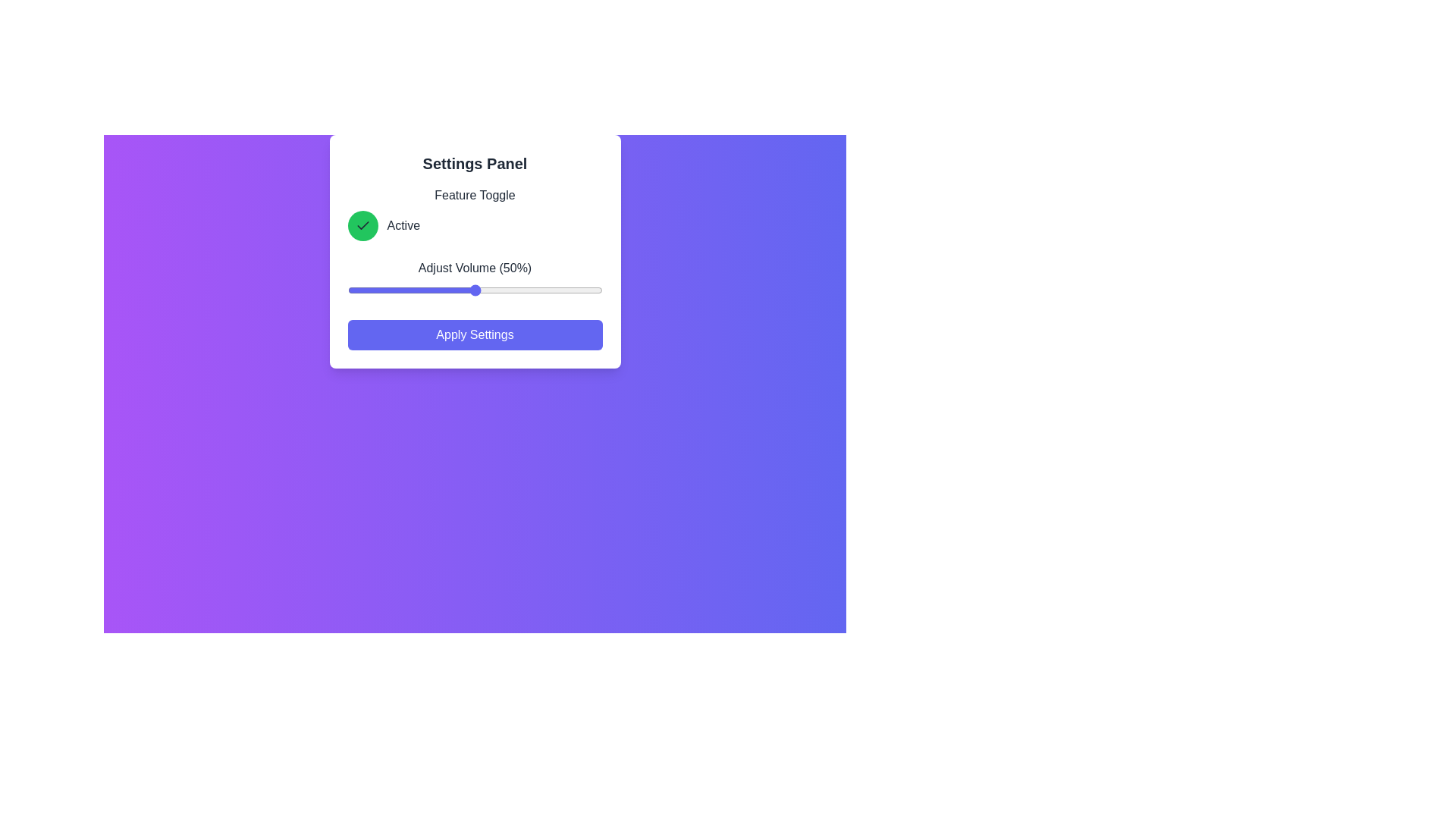 The width and height of the screenshot is (1456, 819). Describe the element at coordinates (536, 290) in the screenshot. I see `the volume` at that location.